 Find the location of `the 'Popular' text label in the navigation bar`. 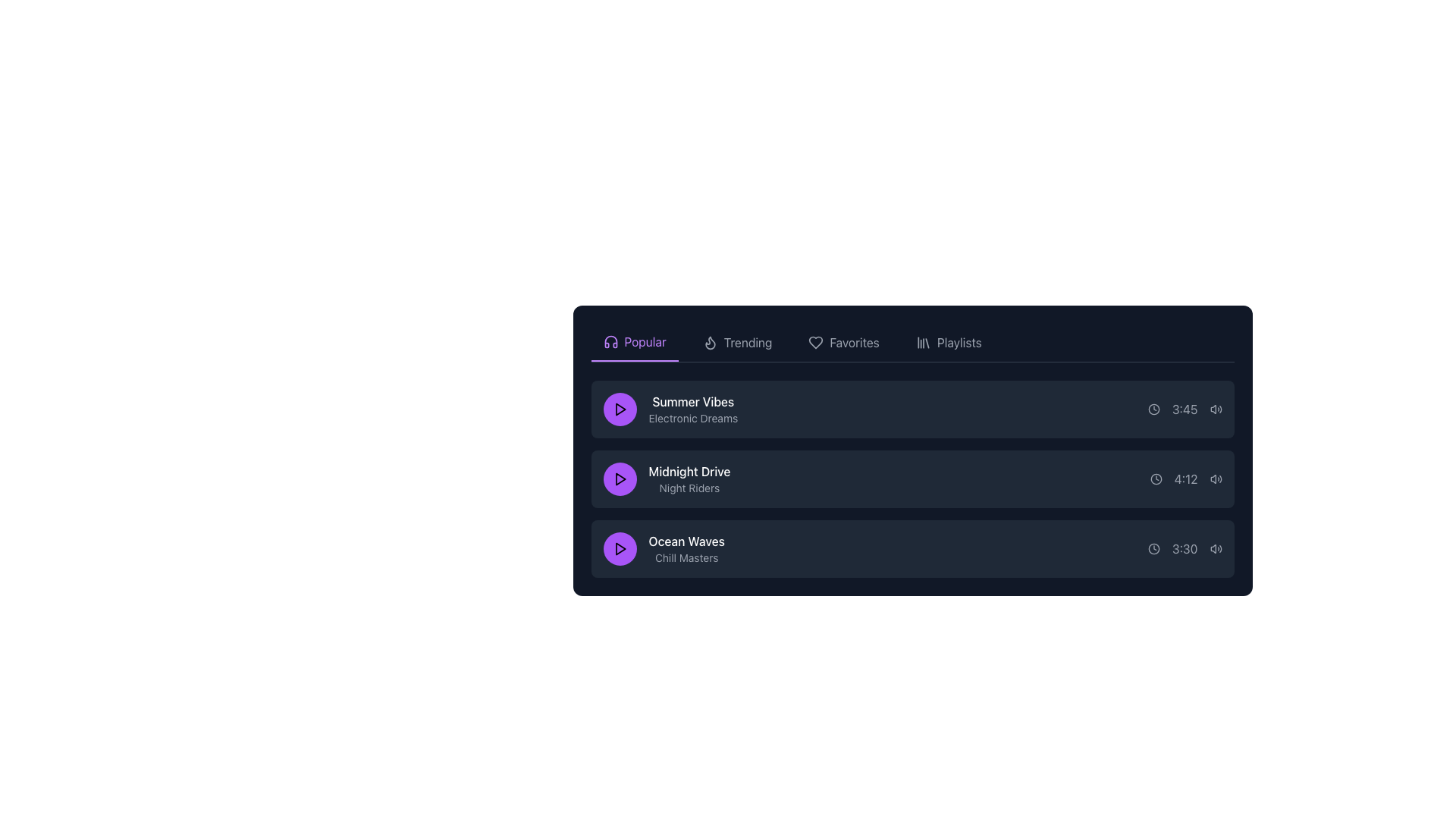

the 'Popular' text label in the navigation bar is located at coordinates (645, 342).